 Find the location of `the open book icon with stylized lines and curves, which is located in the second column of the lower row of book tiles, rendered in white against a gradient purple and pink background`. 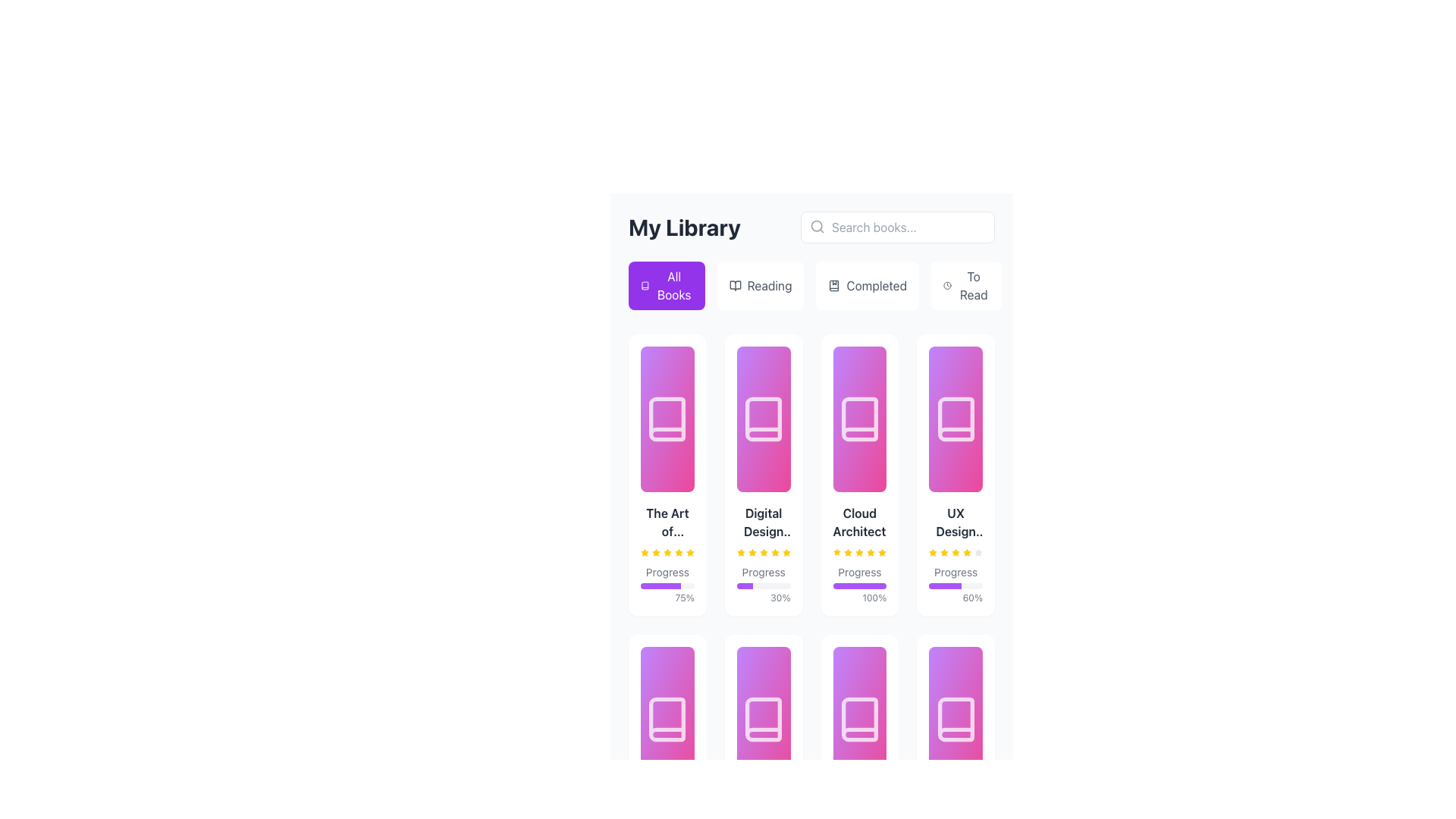

the open book icon with stylized lines and curves, which is located in the second column of the lower row of book tiles, rendered in white against a gradient purple and pink background is located at coordinates (764, 718).